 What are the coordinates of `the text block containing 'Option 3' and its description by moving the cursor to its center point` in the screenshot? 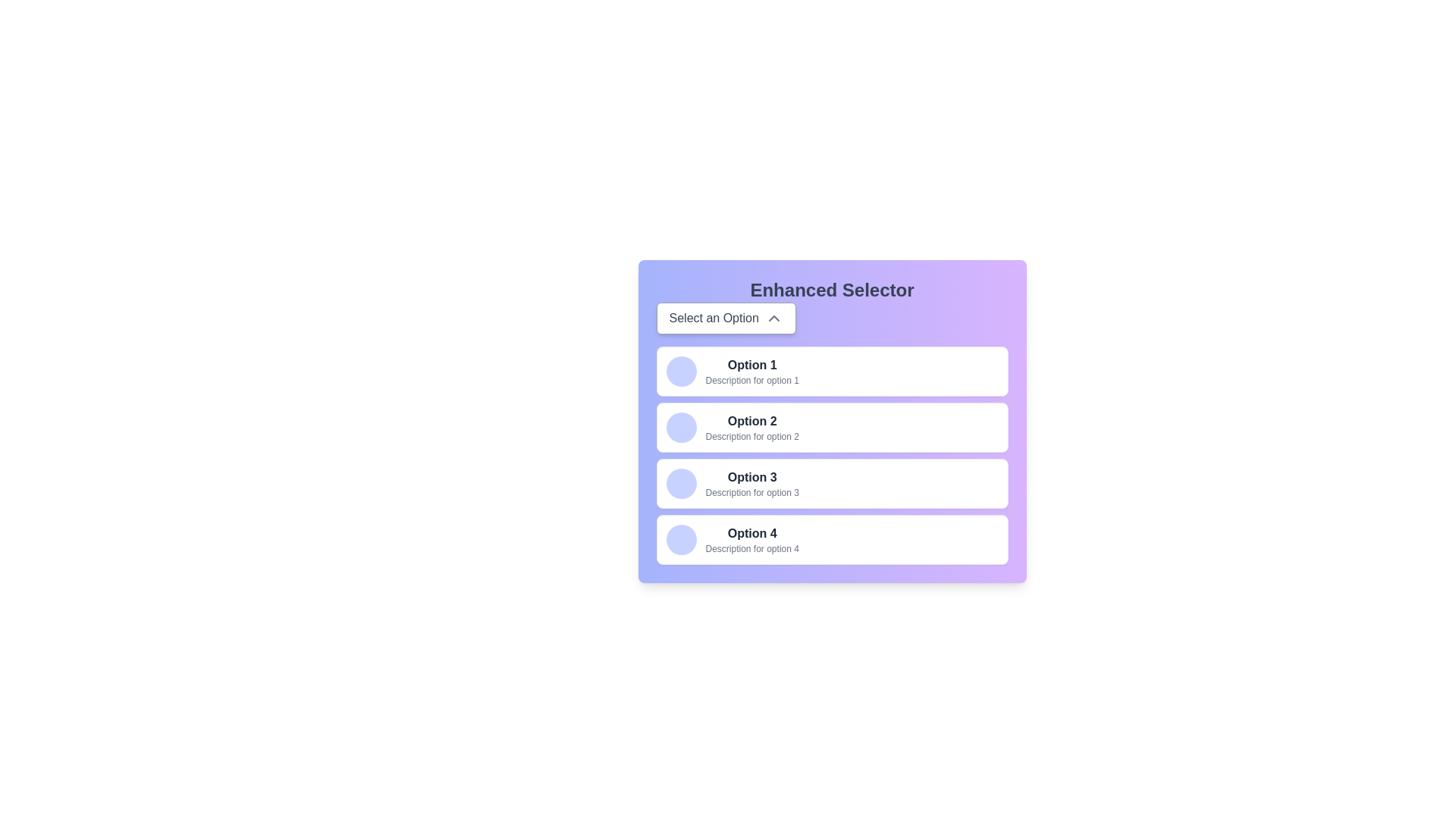 It's located at (752, 483).